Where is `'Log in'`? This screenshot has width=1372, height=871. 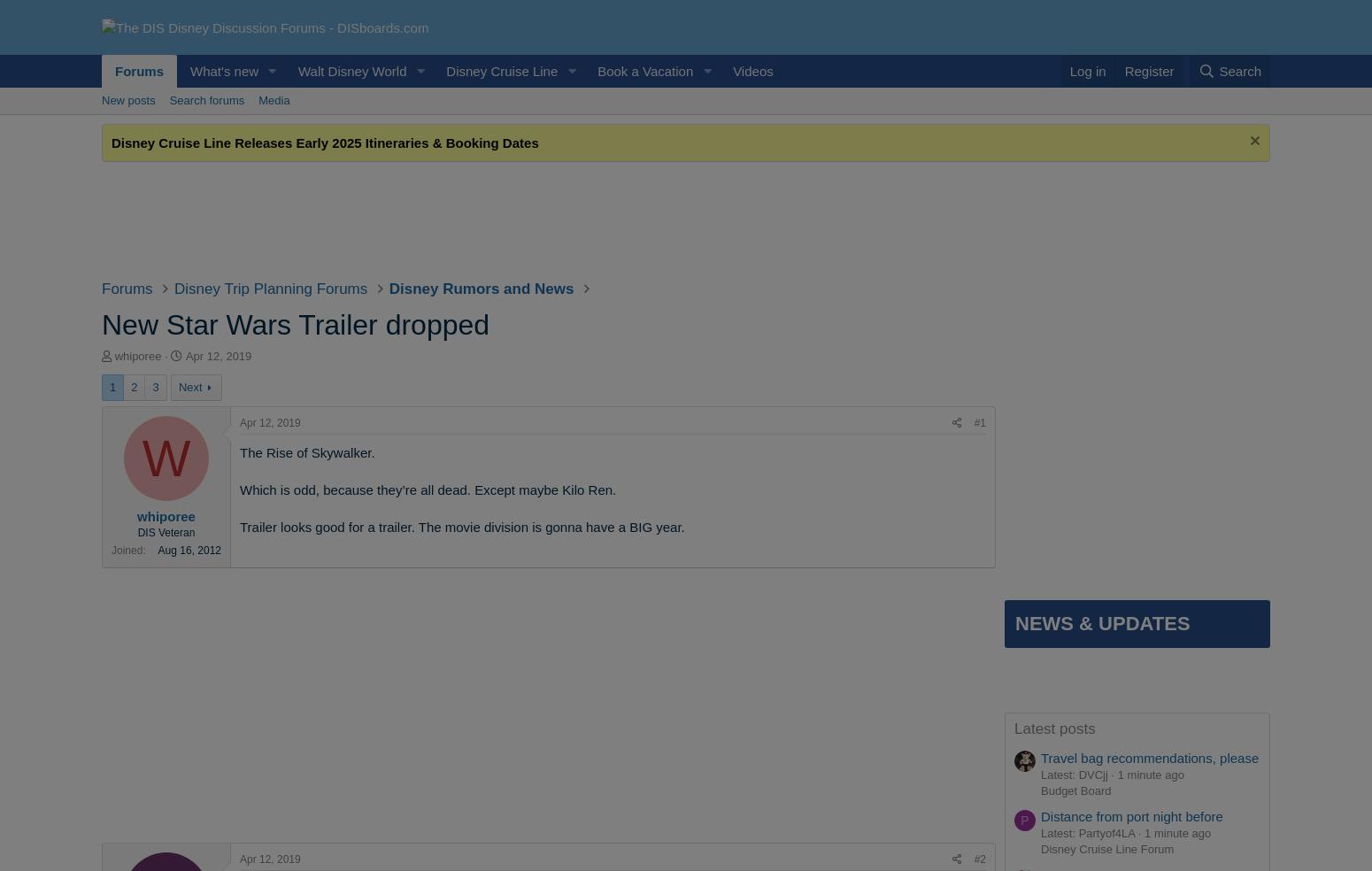
'Log in' is located at coordinates (1087, 70).